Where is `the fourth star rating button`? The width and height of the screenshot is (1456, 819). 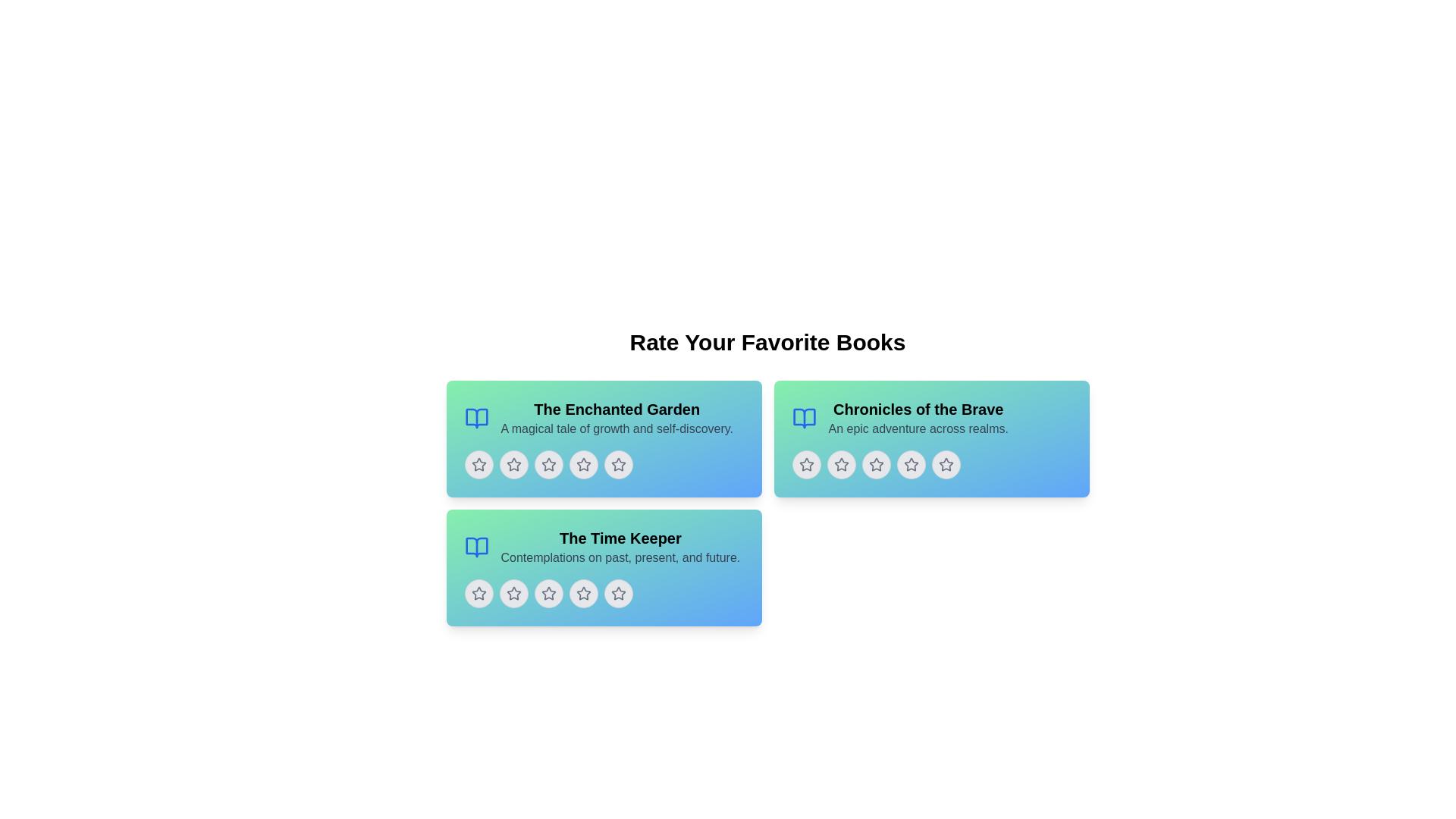 the fourth star rating button is located at coordinates (910, 463).